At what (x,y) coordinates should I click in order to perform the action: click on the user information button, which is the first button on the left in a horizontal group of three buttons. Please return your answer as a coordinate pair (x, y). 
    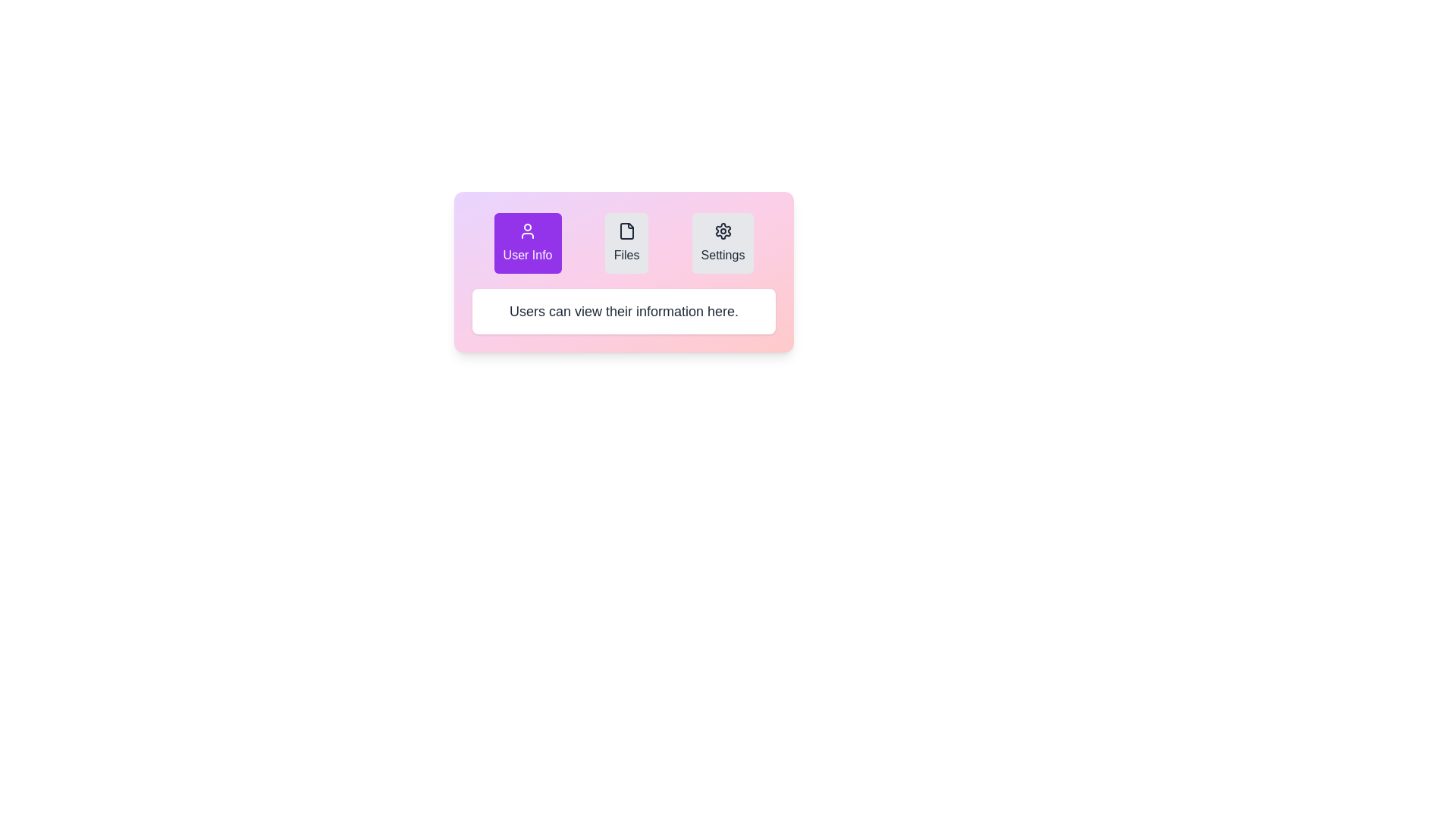
    Looking at the image, I should click on (528, 242).